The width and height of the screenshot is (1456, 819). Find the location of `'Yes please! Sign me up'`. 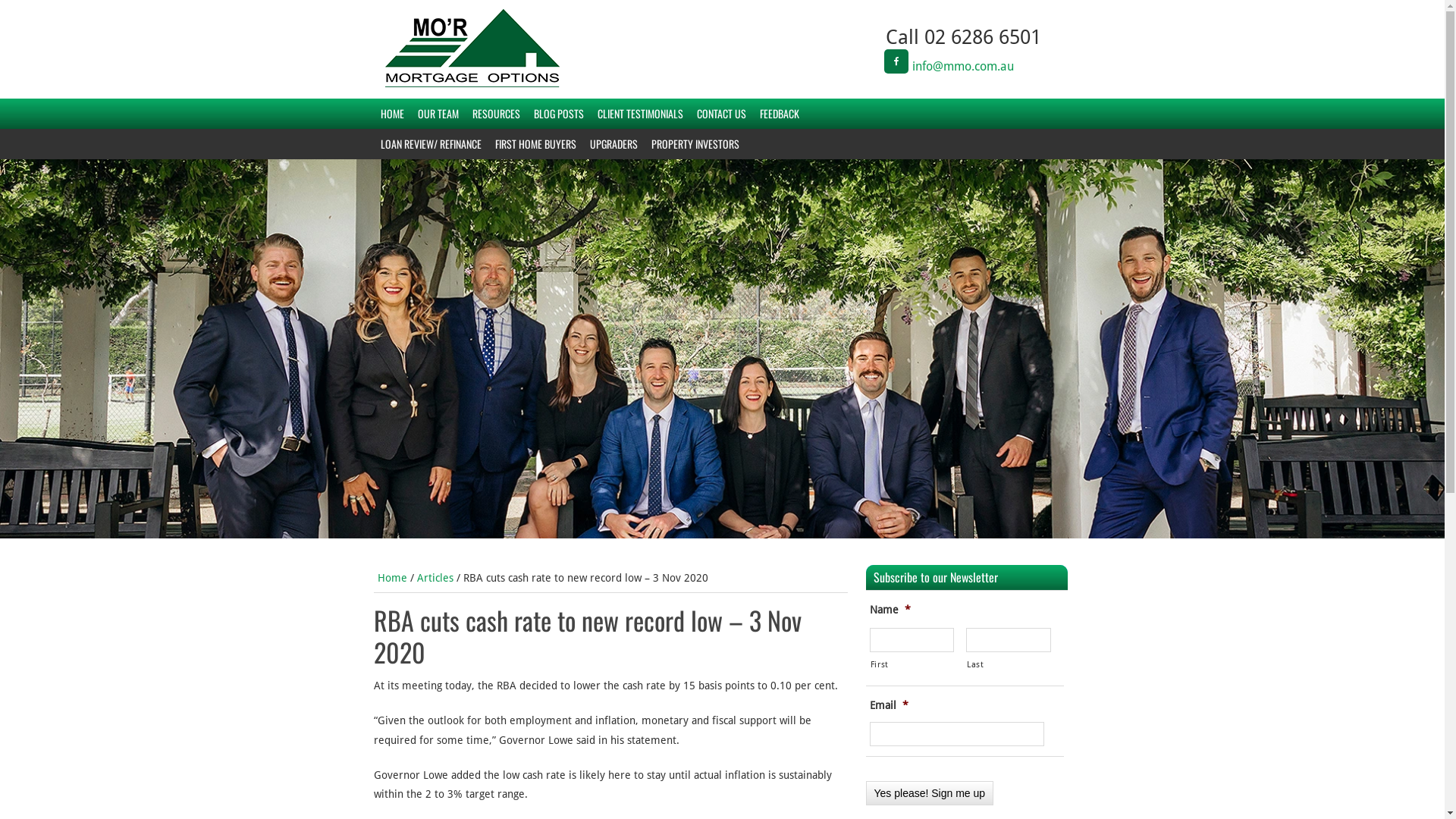

'Yes please! Sign me up' is located at coordinates (929, 792).